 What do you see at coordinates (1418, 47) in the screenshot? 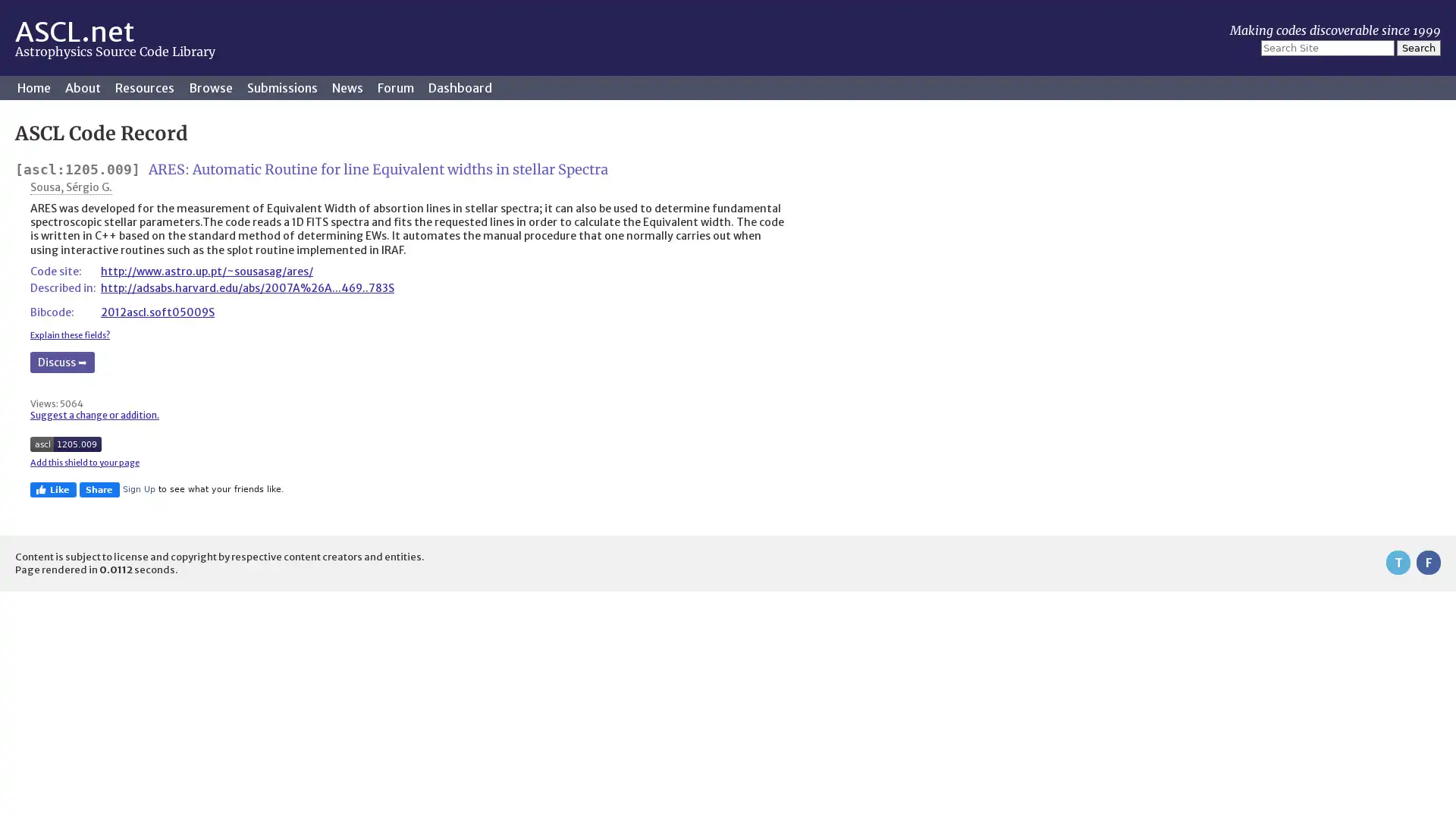
I see `Search` at bounding box center [1418, 47].